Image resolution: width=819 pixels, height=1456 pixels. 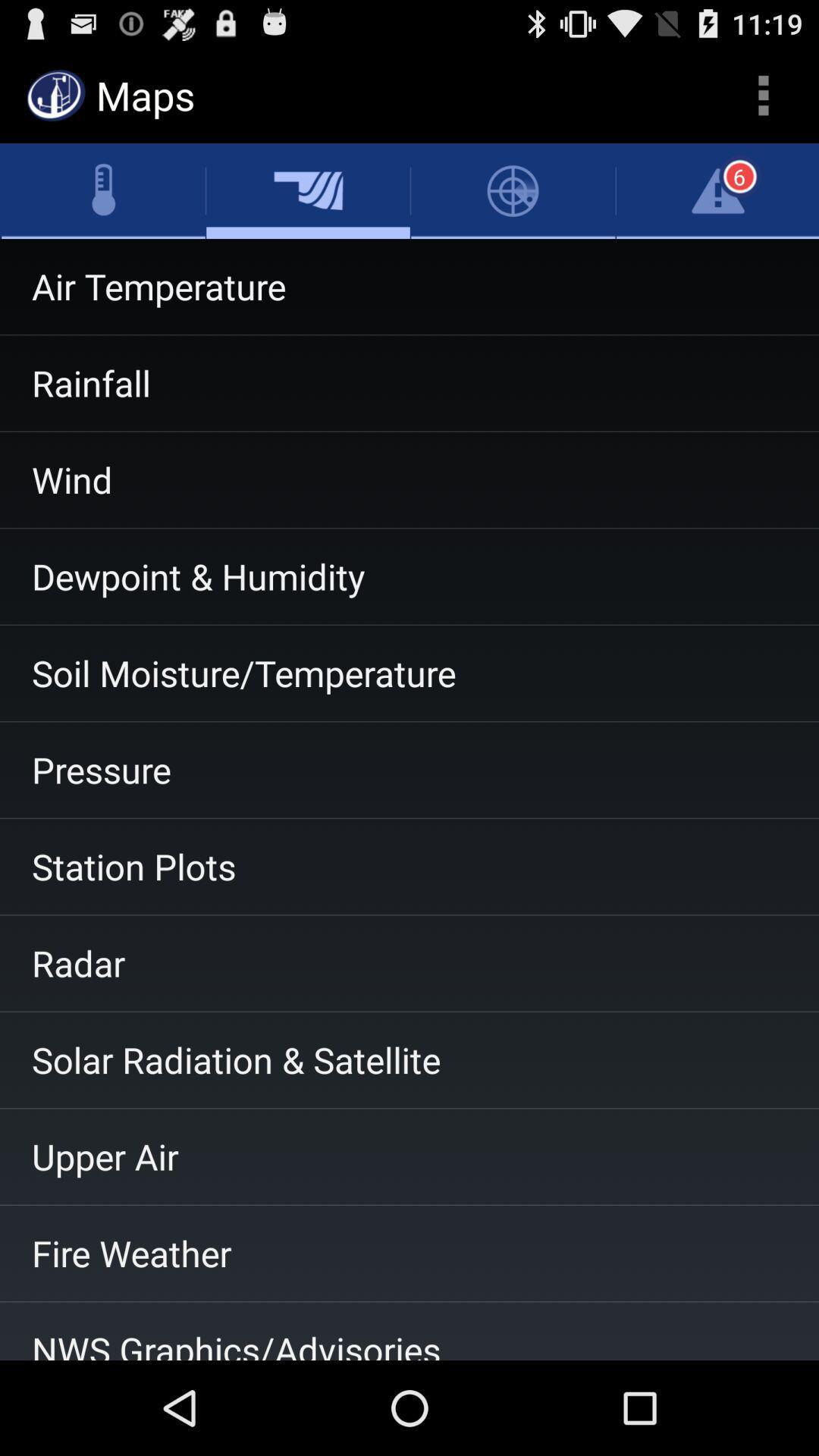 What do you see at coordinates (409, 287) in the screenshot?
I see `air temperature icon` at bounding box center [409, 287].